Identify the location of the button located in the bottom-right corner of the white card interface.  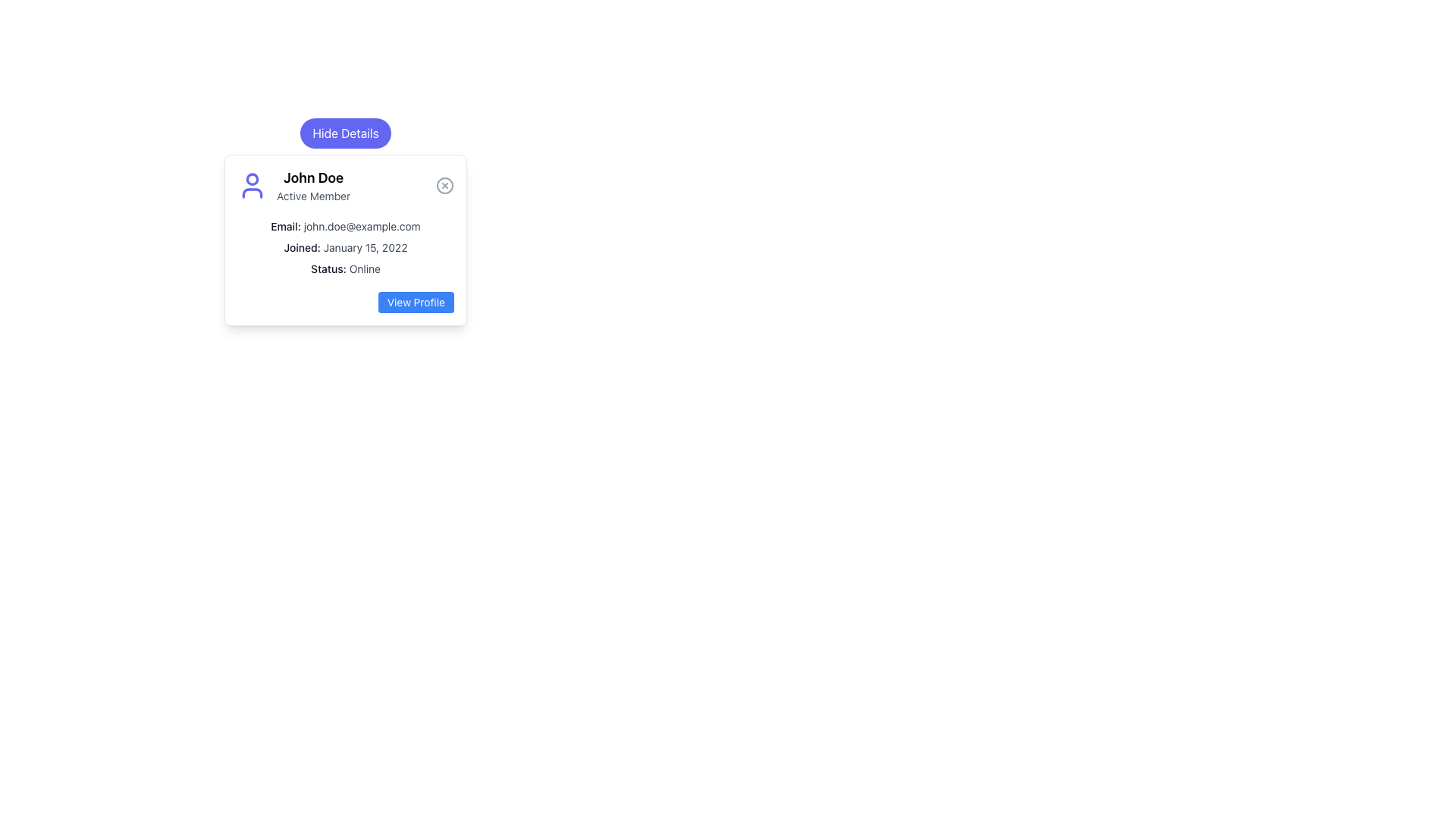
(416, 302).